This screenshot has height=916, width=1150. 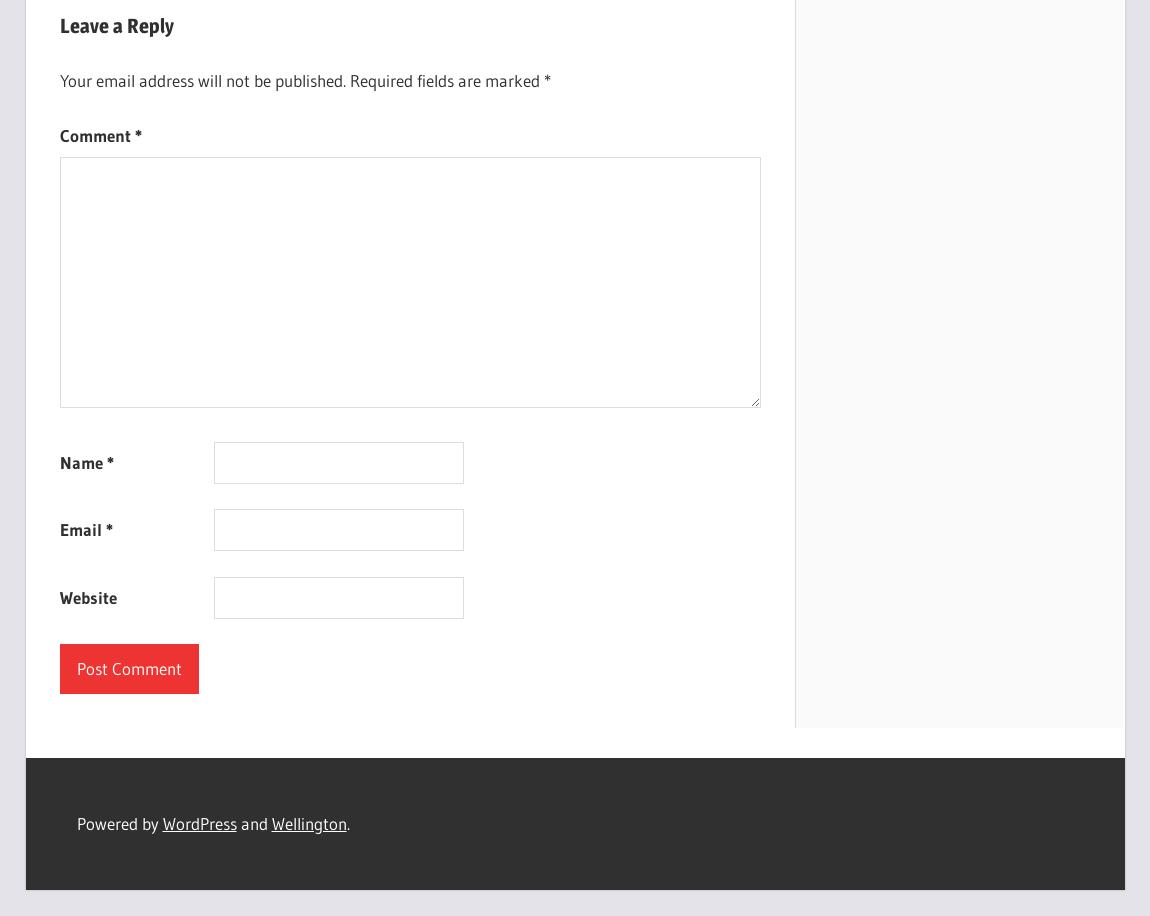 What do you see at coordinates (308, 823) in the screenshot?
I see `'Wellington'` at bounding box center [308, 823].